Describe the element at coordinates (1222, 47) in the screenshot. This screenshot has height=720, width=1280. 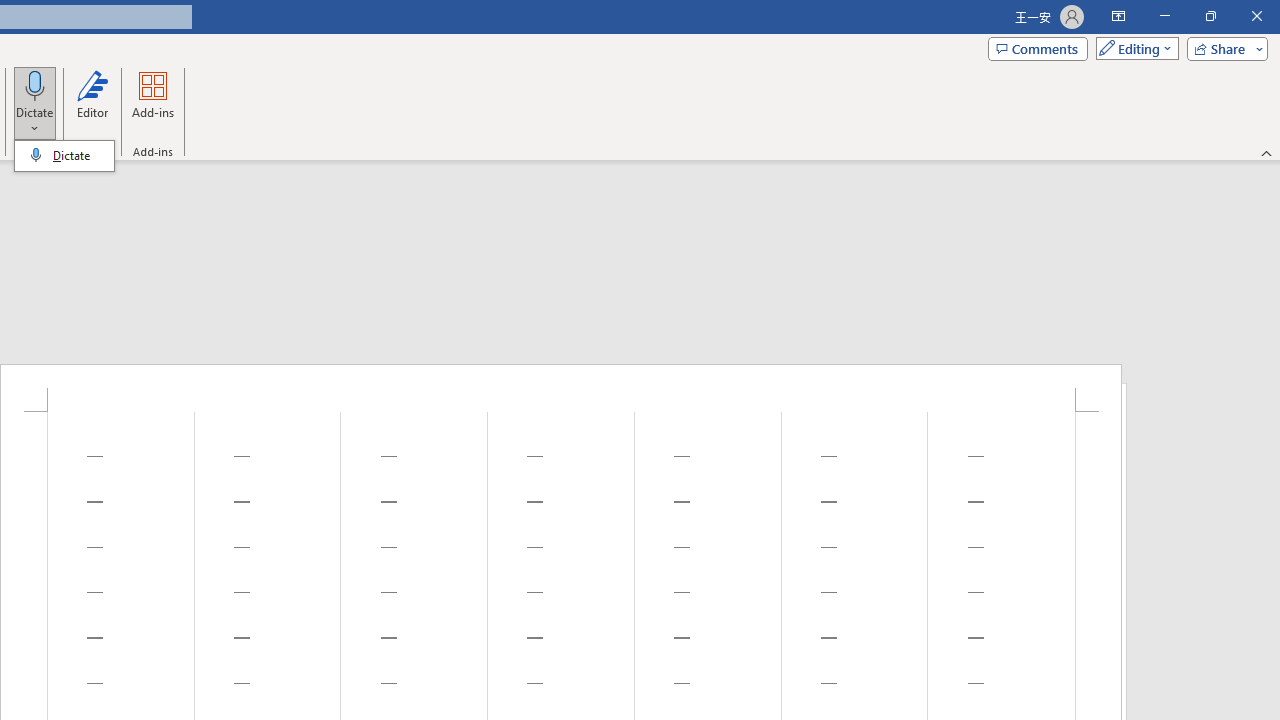
I see `'Share'` at that location.